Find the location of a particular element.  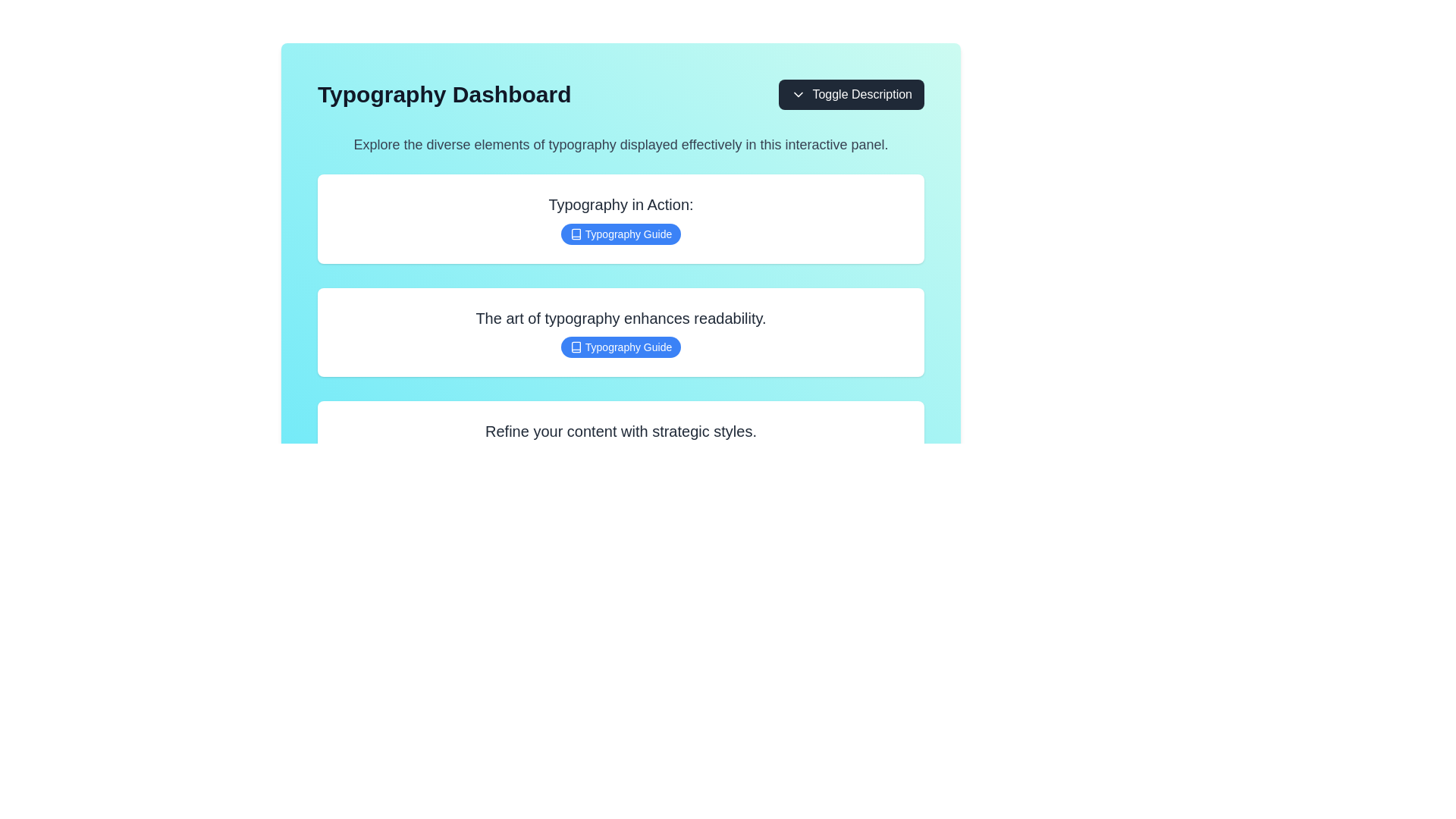

the 'Typography Guide' button with a blue background and white text, located in the 'Typography in Action:' section is located at coordinates (621, 234).